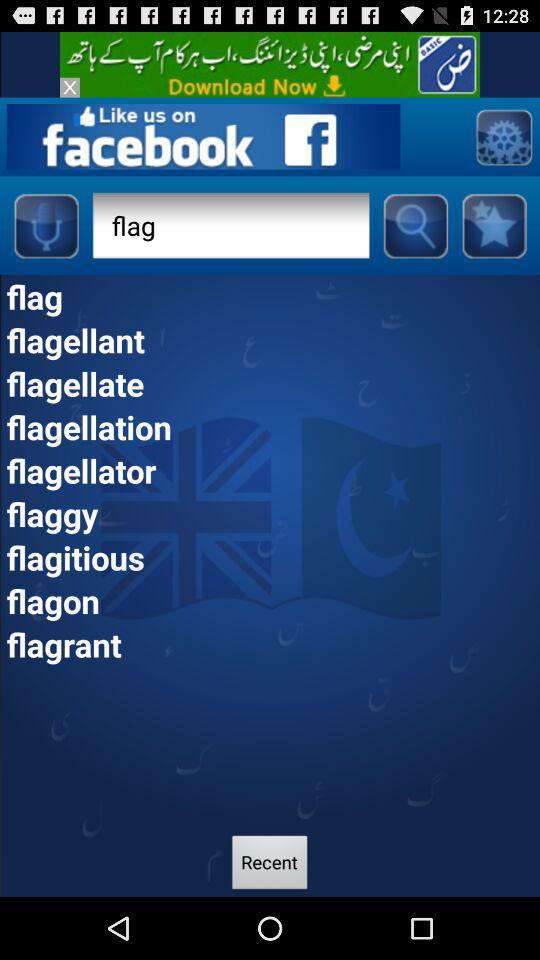  I want to click on like on facebook, so click(202, 135).